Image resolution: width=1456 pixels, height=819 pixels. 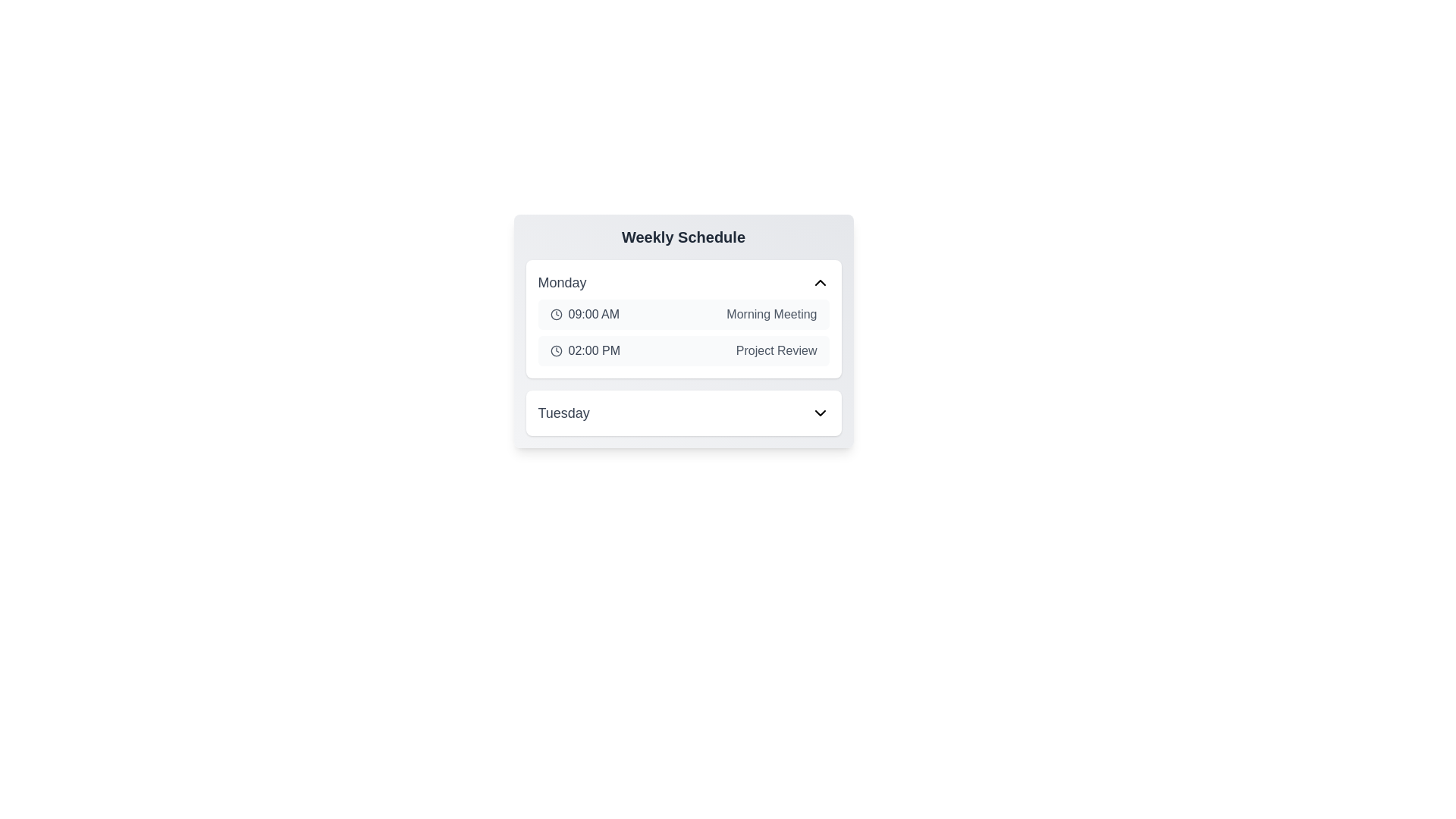 What do you see at coordinates (555, 314) in the screenshot?
I see `the gray circle part of the clock icon located in the Weekly Schedule interface, adjacent to the '02:00 PM' time label` at bounding box center [555, 314].